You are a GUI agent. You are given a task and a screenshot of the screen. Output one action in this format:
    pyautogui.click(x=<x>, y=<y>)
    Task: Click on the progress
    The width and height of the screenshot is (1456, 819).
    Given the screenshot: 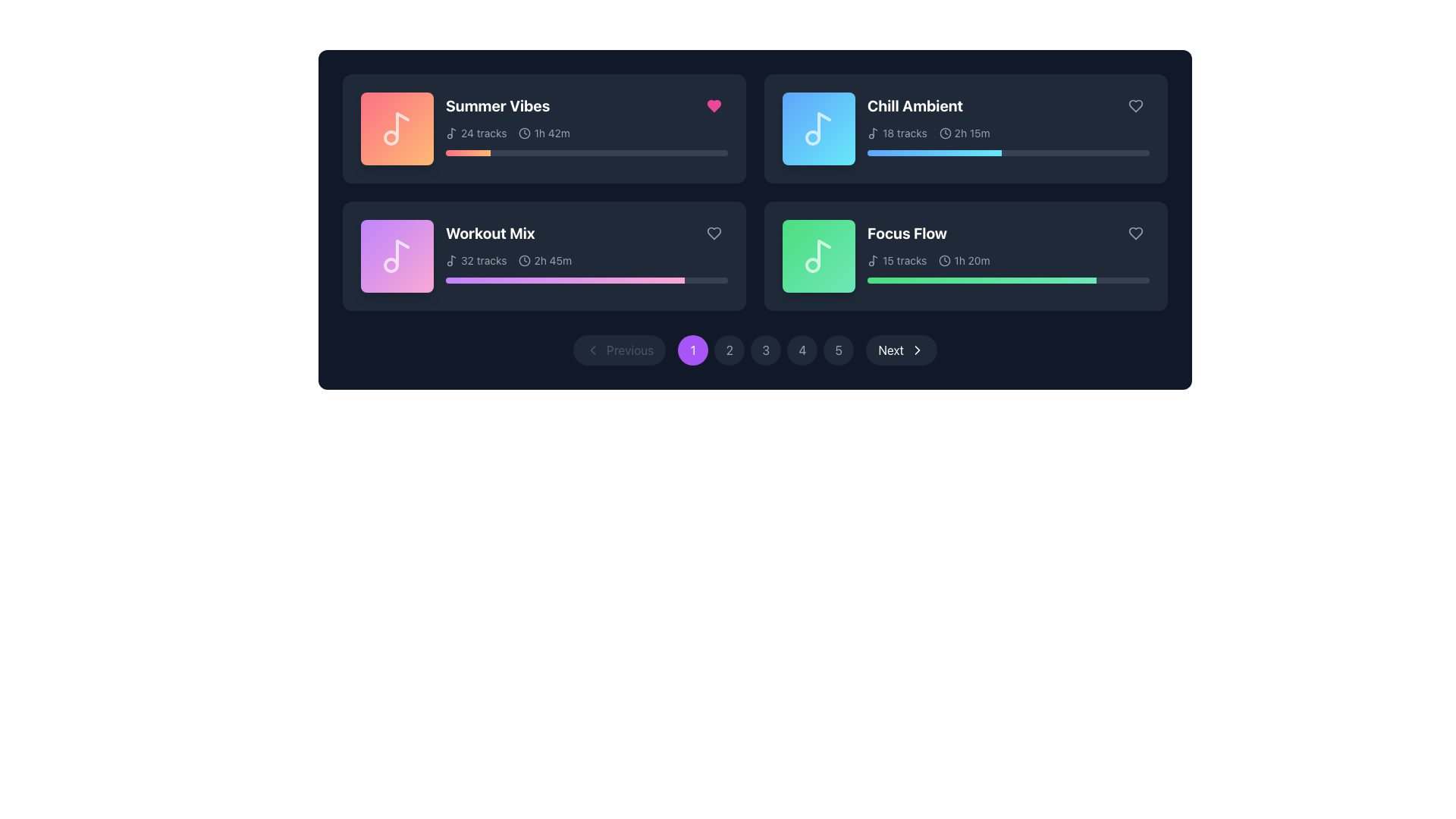 What is the action you would take?
    pyautogui.click(x=569, y=281)
    